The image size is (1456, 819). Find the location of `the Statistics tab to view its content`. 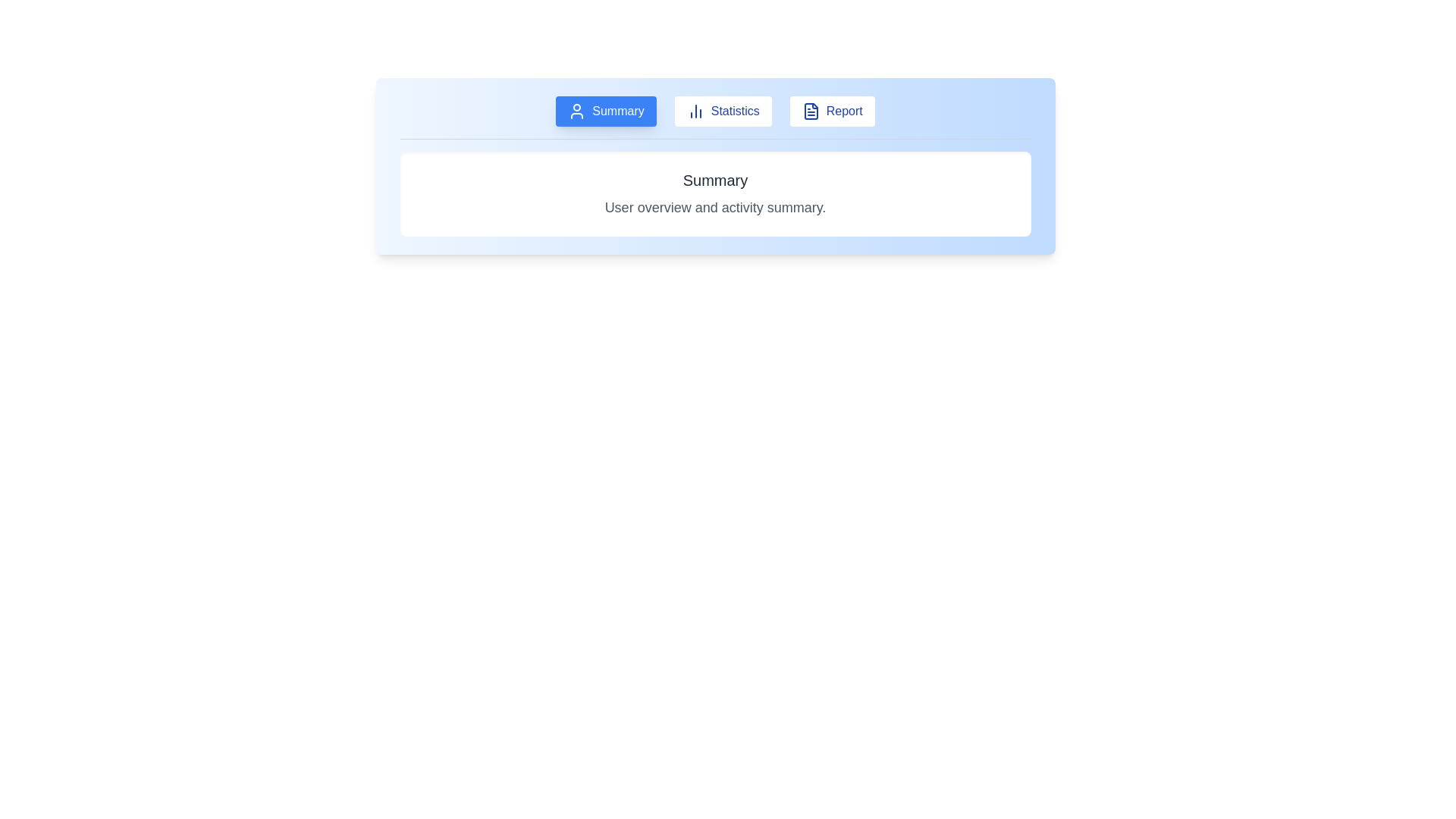

the Statistics tab to view its content is located at coordinates (722, 110).